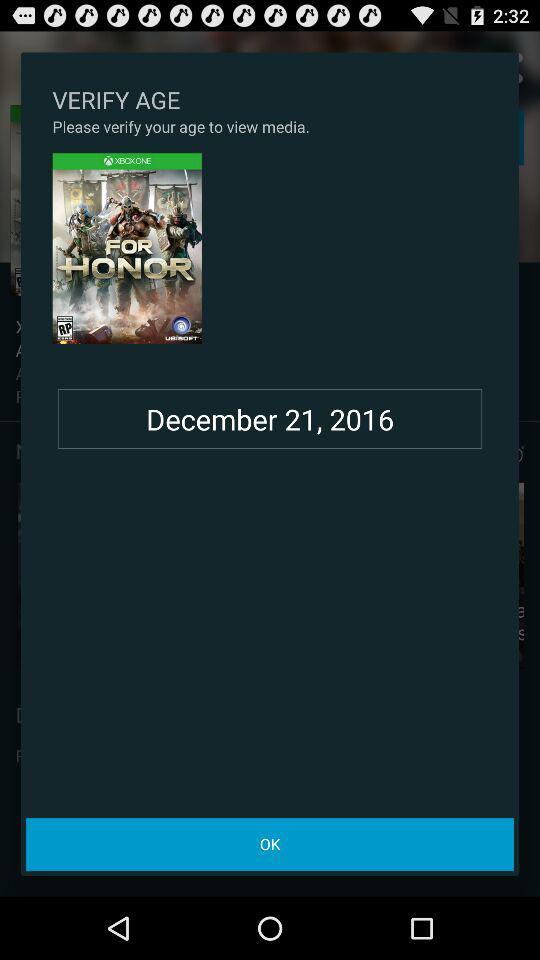 The width and height of the screenshot is (540, 960). What do you see at coordinates (270, 843) in the screenshot?
I see `the ok item` at bounding box center [270, 843].